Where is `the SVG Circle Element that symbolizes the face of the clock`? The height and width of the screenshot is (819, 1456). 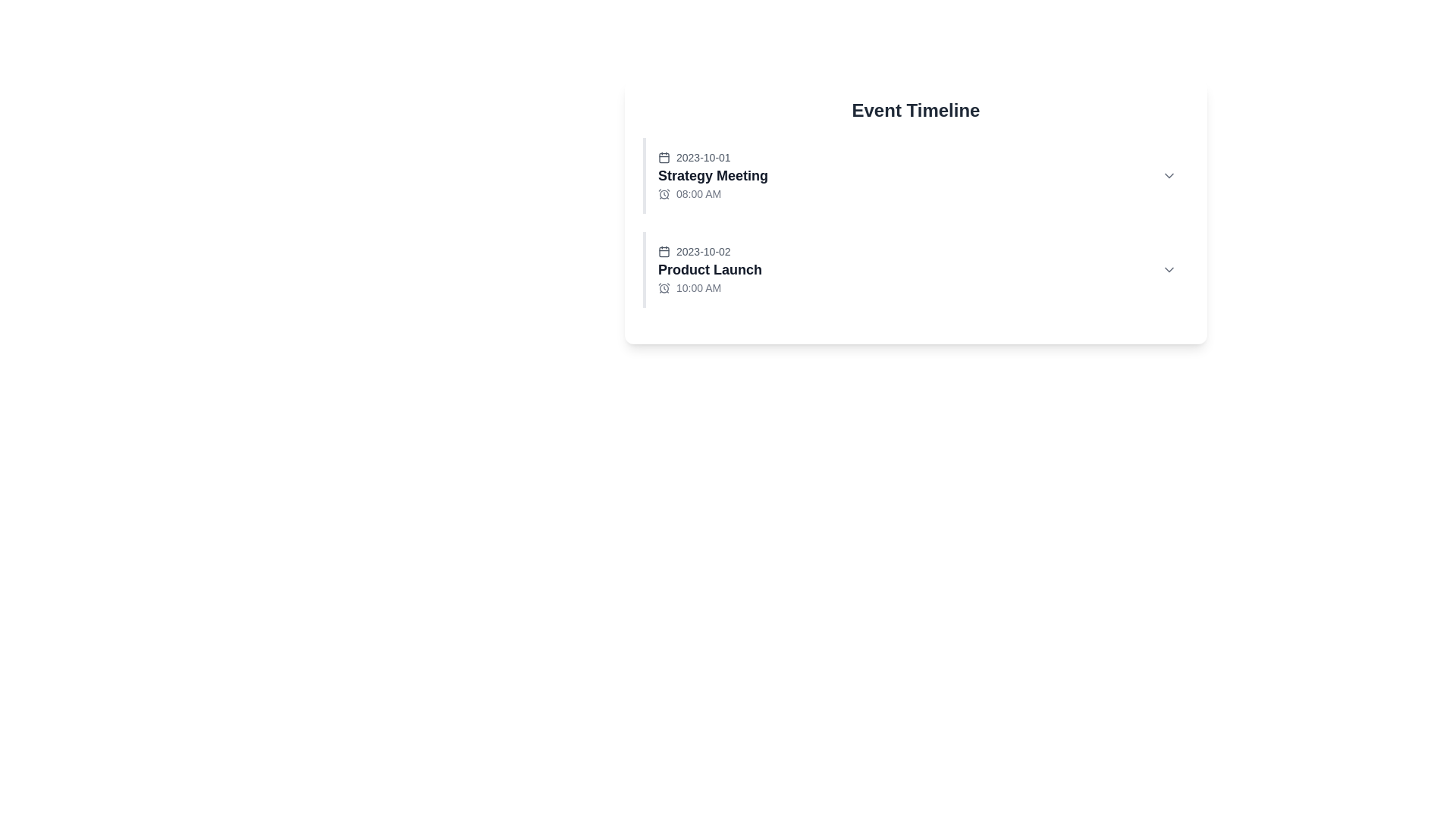 the SVG Circle Element that symbolizes the face of the clock is located at coordinates (664, 288).